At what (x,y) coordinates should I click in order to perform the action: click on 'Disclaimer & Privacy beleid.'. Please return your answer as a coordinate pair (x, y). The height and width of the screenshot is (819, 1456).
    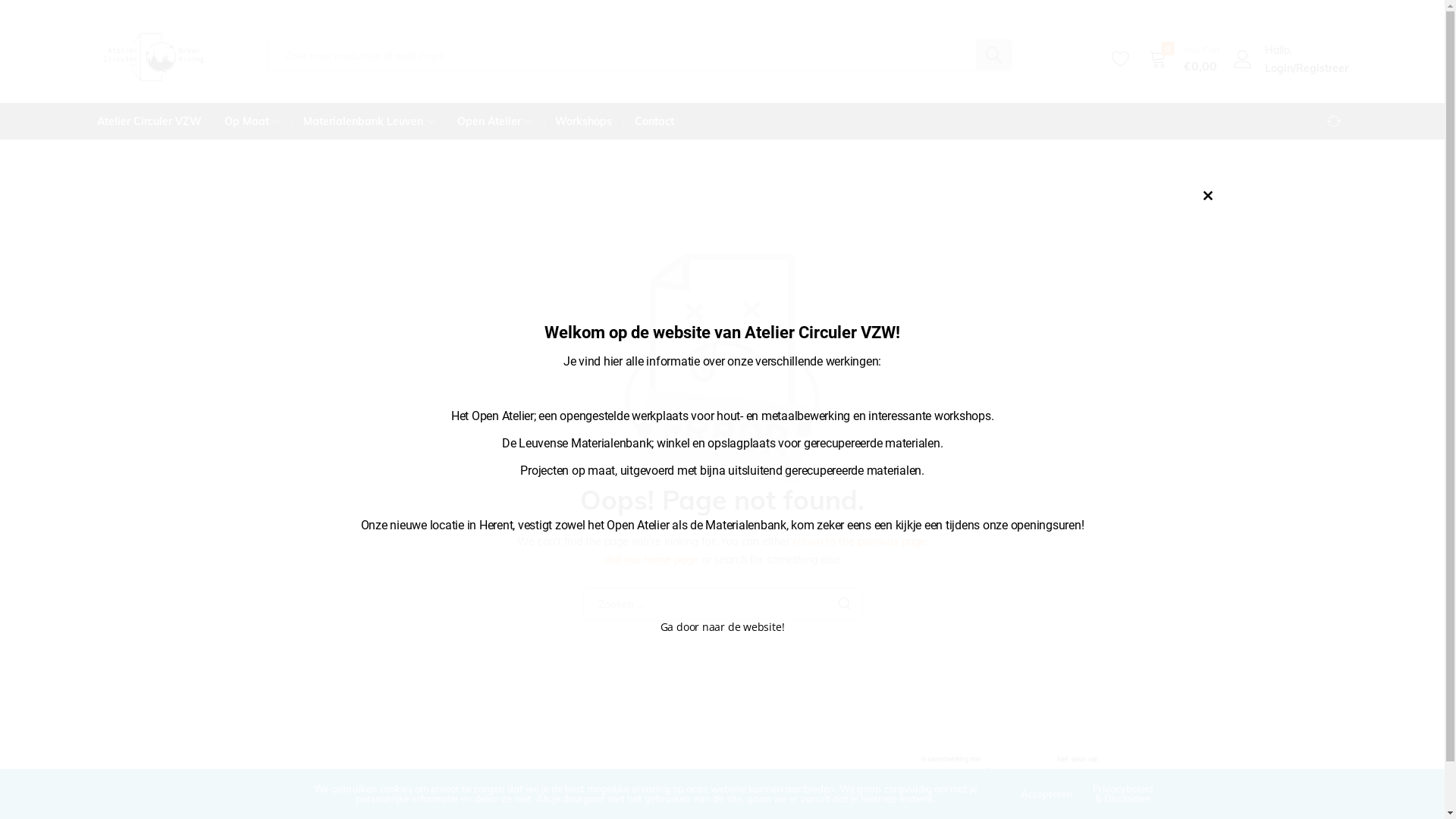
    Looking at the image, I should click on (344, 806).